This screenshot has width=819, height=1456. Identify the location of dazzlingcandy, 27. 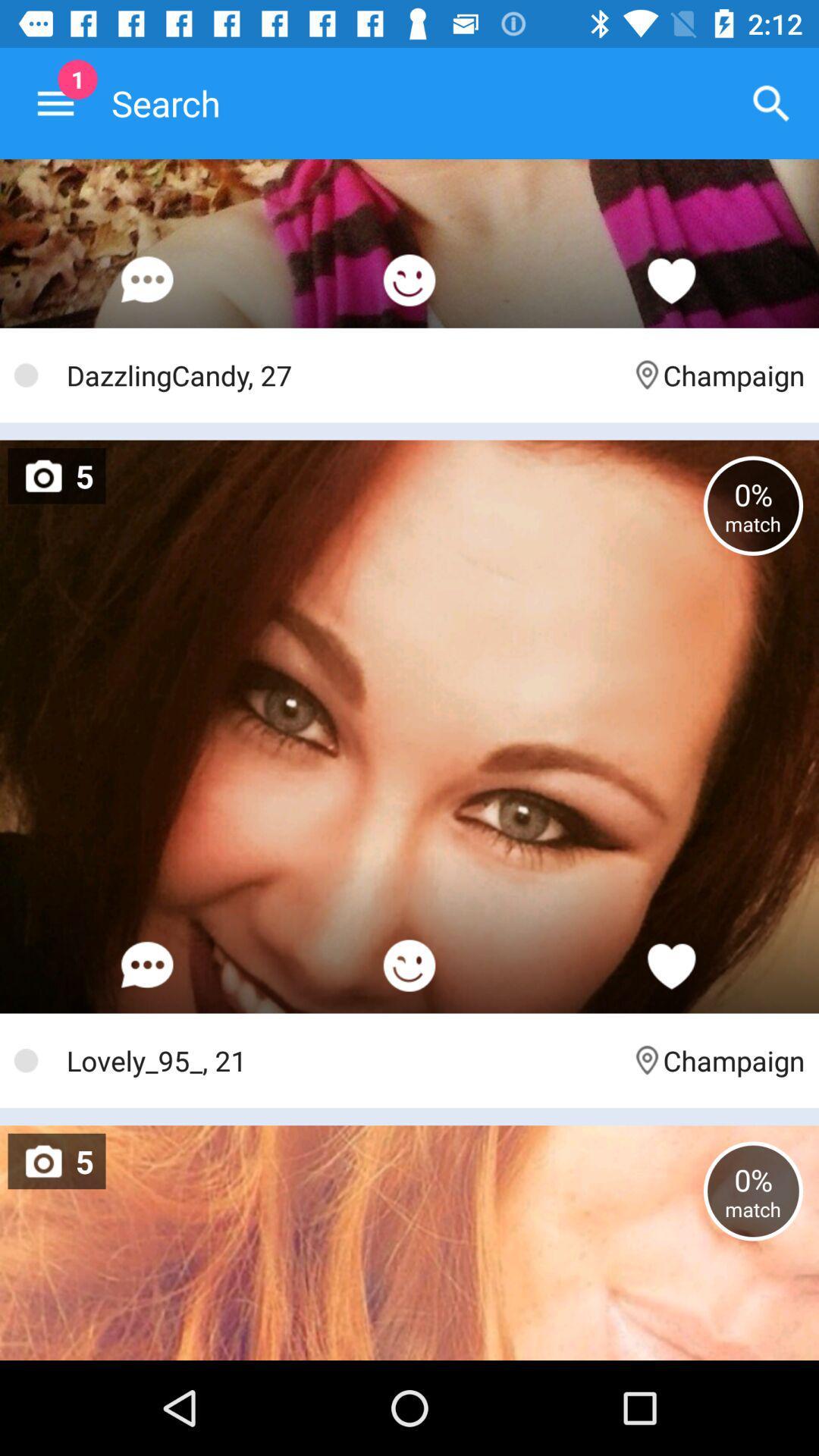
(341, 375).